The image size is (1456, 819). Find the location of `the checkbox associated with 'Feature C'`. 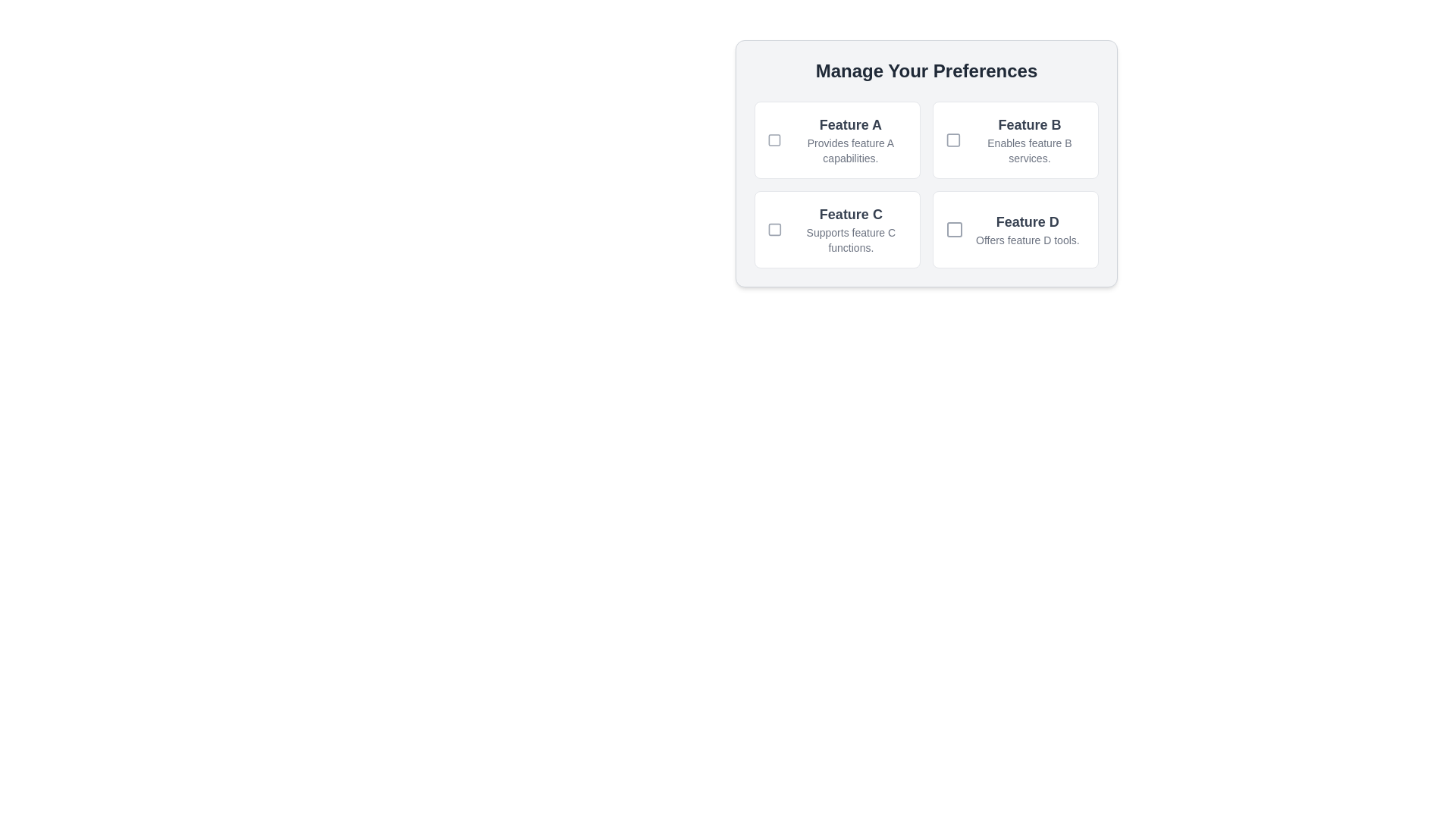

the checkbox associated with 'Feature C' is located at coordinates (774, 230).